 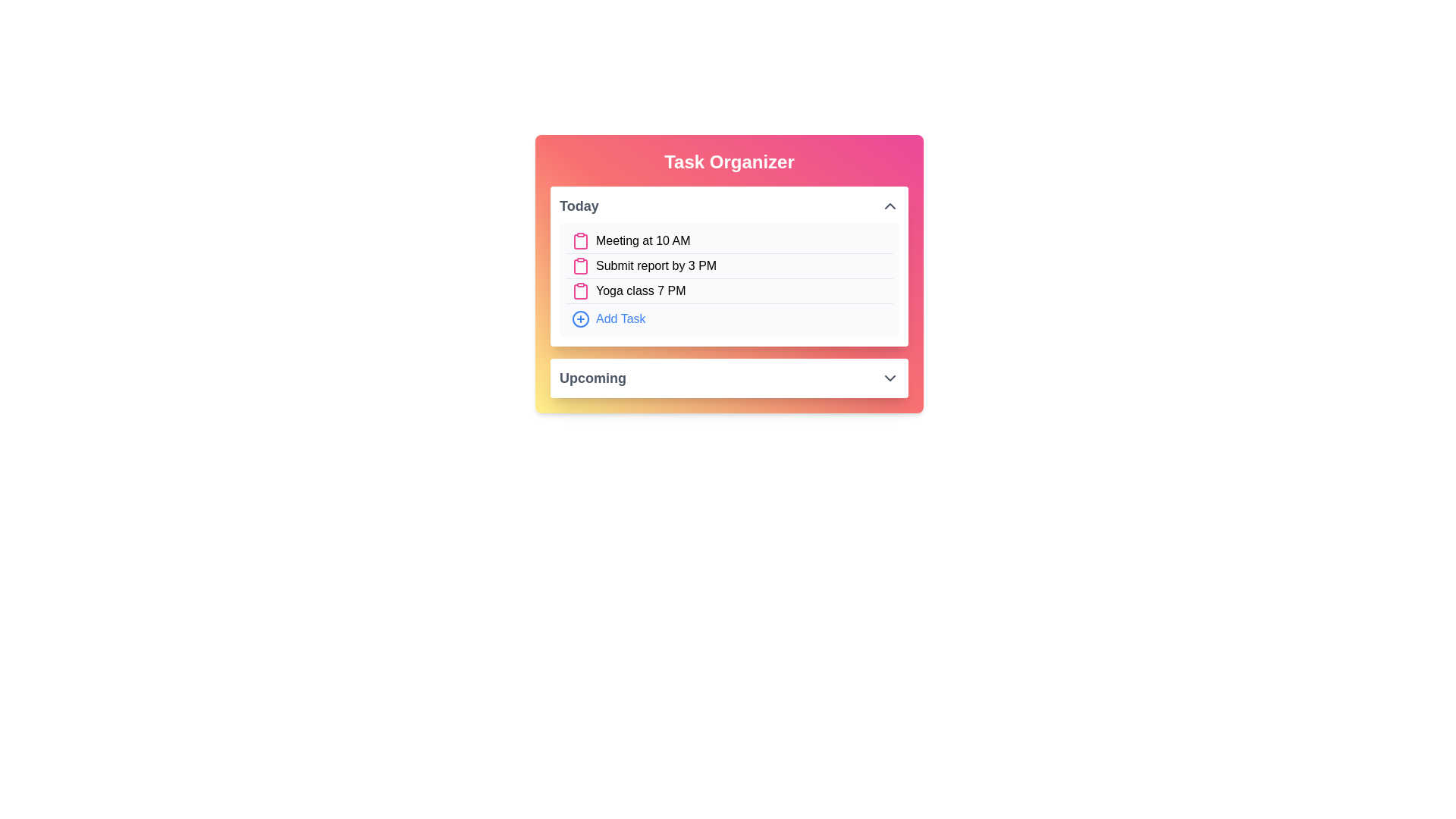 What do you see at coordinates (580, 318) in the screenshot?
I see `the Circle graphic element (SVG) which is styled with outline strokes and is part of the 'Add Task' button under the 'Today' section of the task organizer interface` at bounding box center [580, 318].